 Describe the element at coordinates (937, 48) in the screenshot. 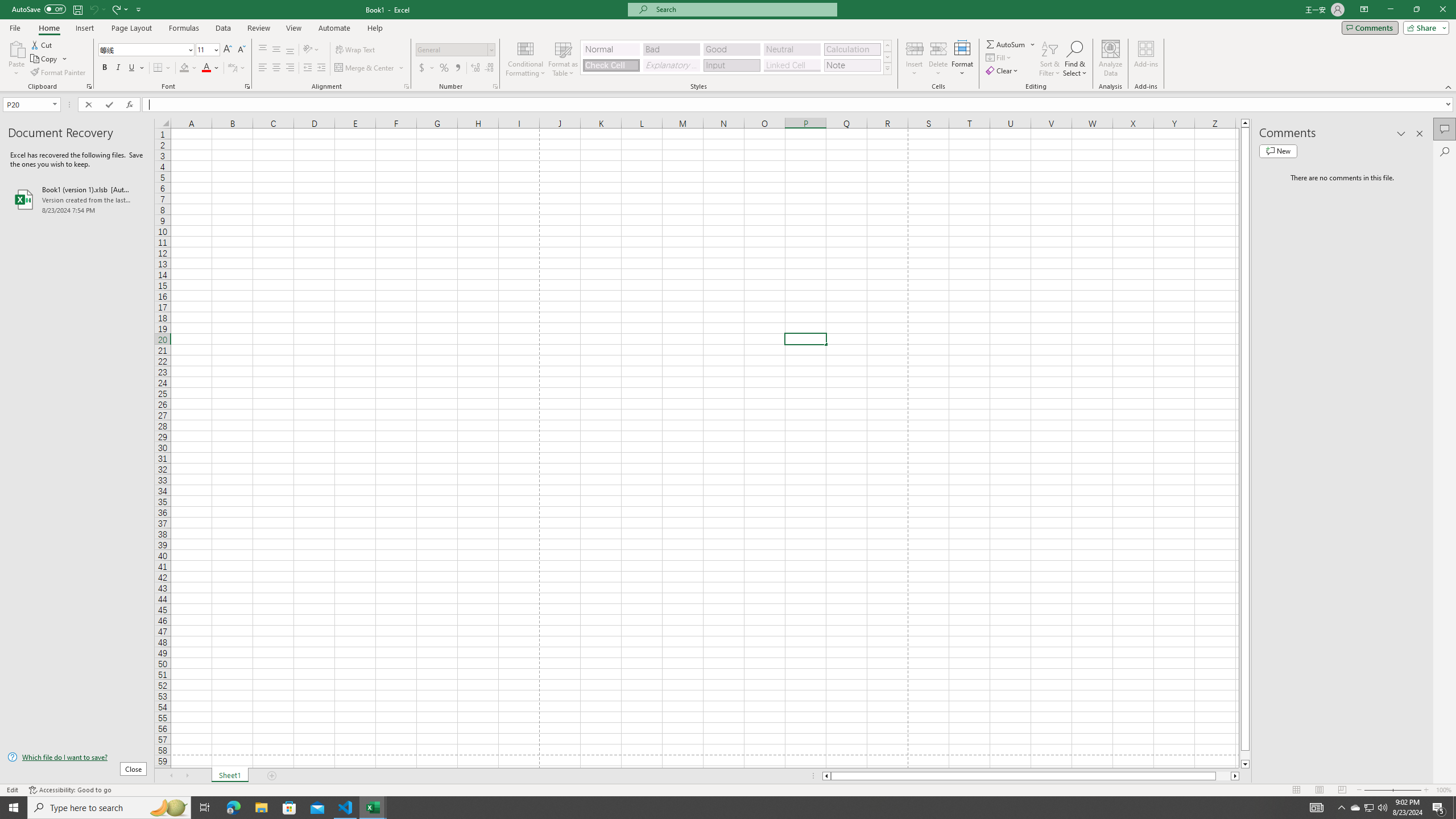

I see `'Delete Cells...'` at that location.